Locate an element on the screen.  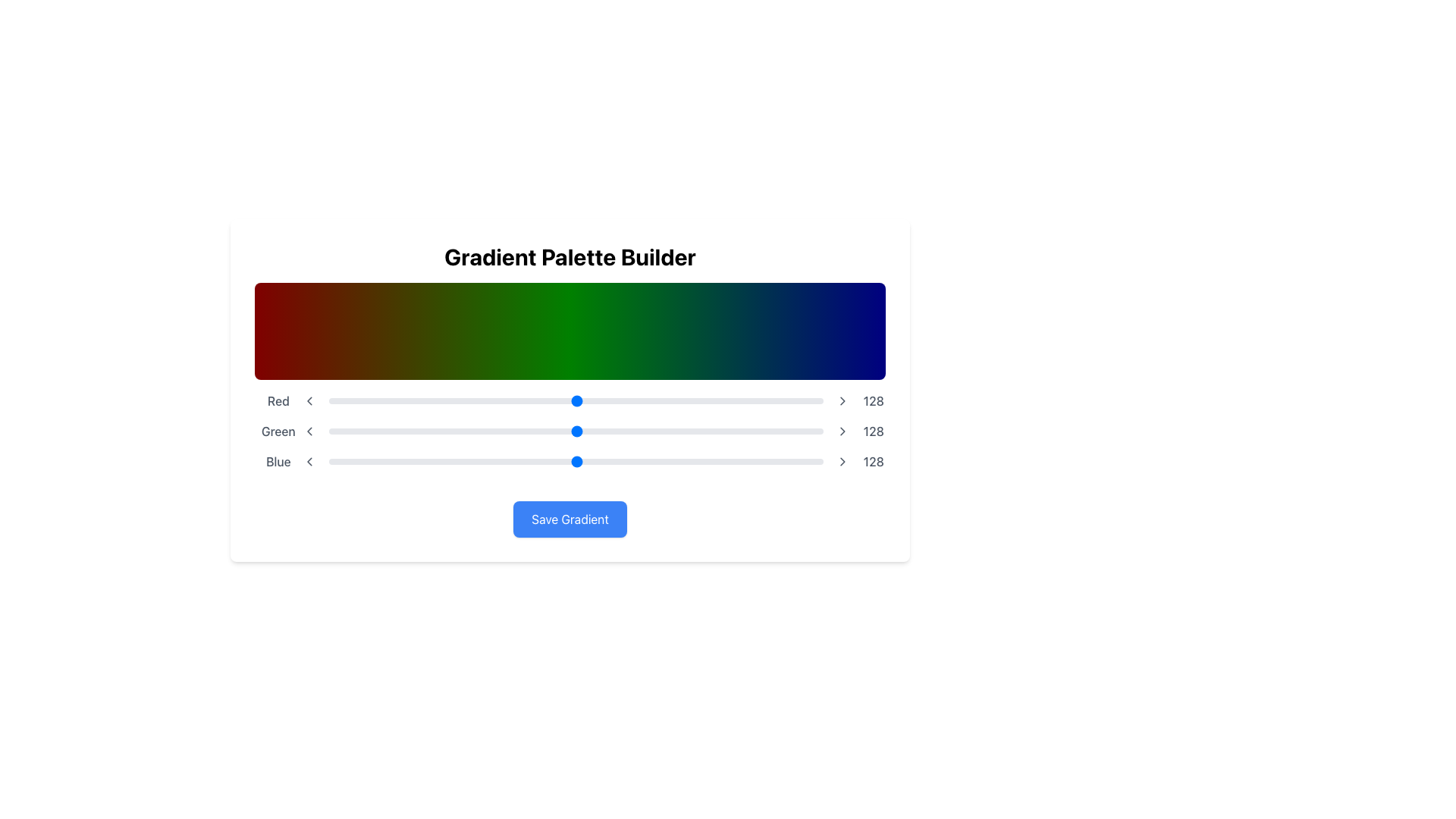
the 'Save Gradient' button is located at coordinates (570, 519).